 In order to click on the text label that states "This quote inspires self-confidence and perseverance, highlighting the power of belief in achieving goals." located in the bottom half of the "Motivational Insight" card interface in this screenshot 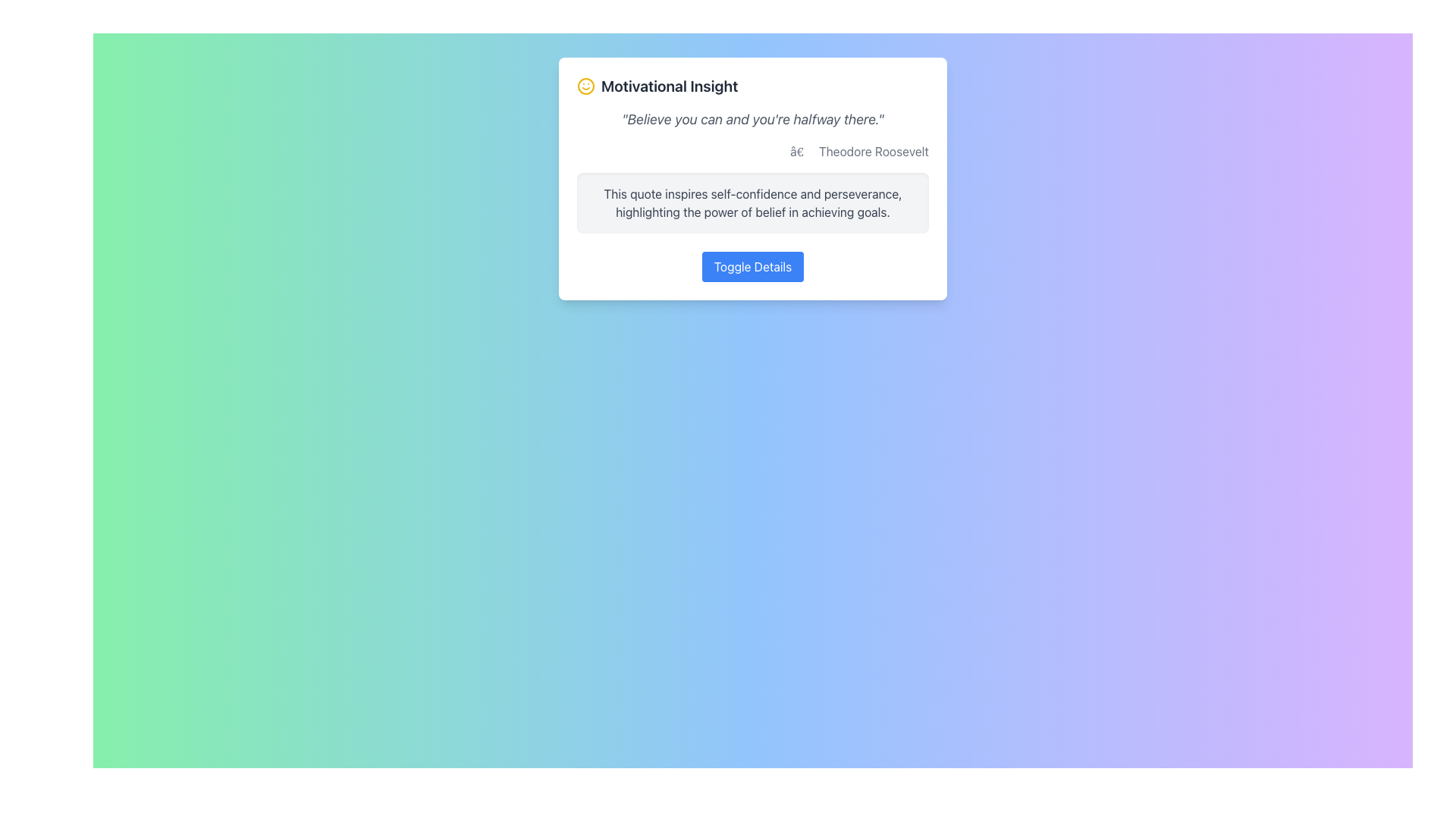, I will do `click(753, 202)`.